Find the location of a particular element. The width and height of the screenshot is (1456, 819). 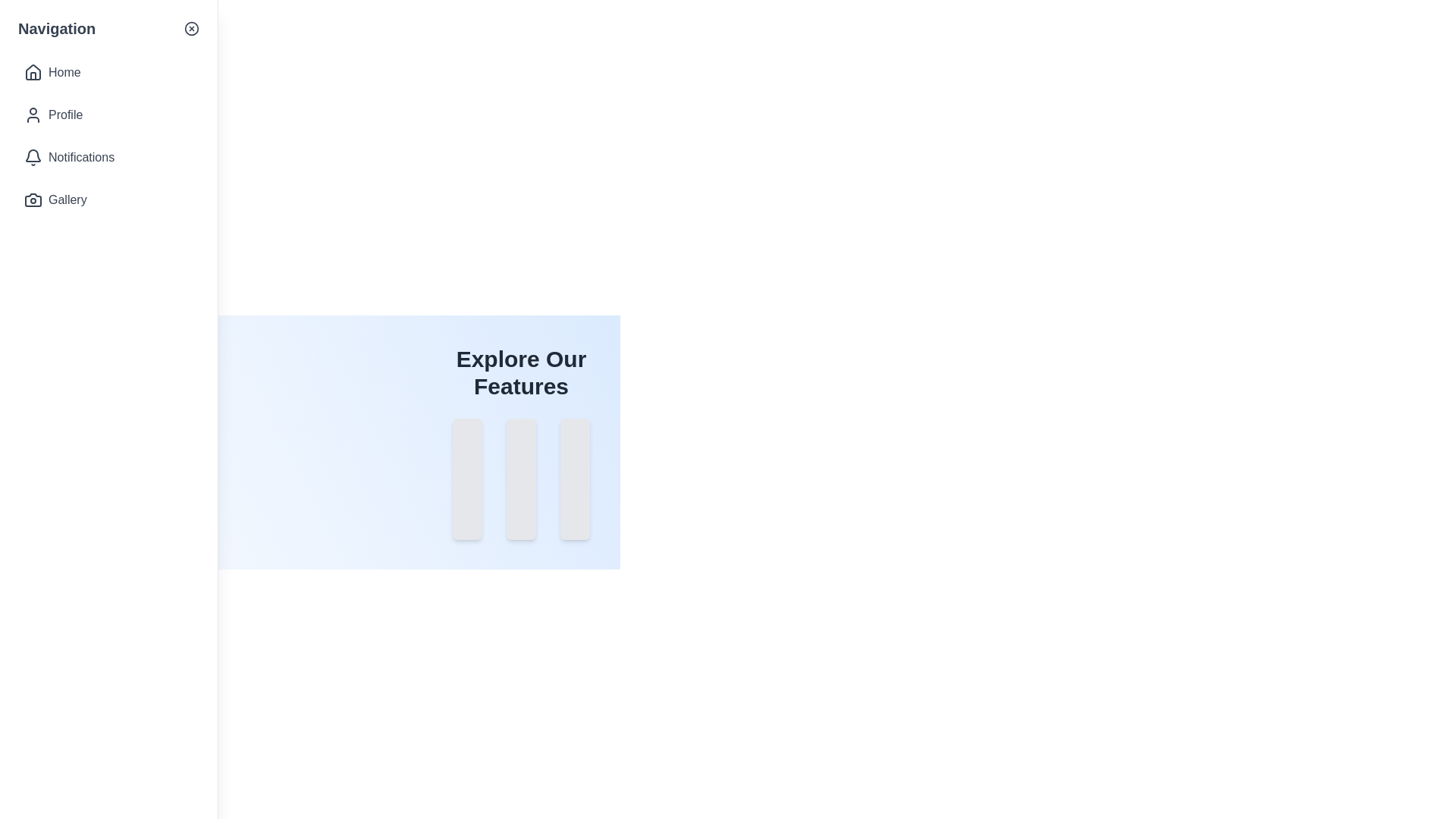

the close icon button located at the top-right corner of the navigation panel to change its color is located at coordinates (191, 29).